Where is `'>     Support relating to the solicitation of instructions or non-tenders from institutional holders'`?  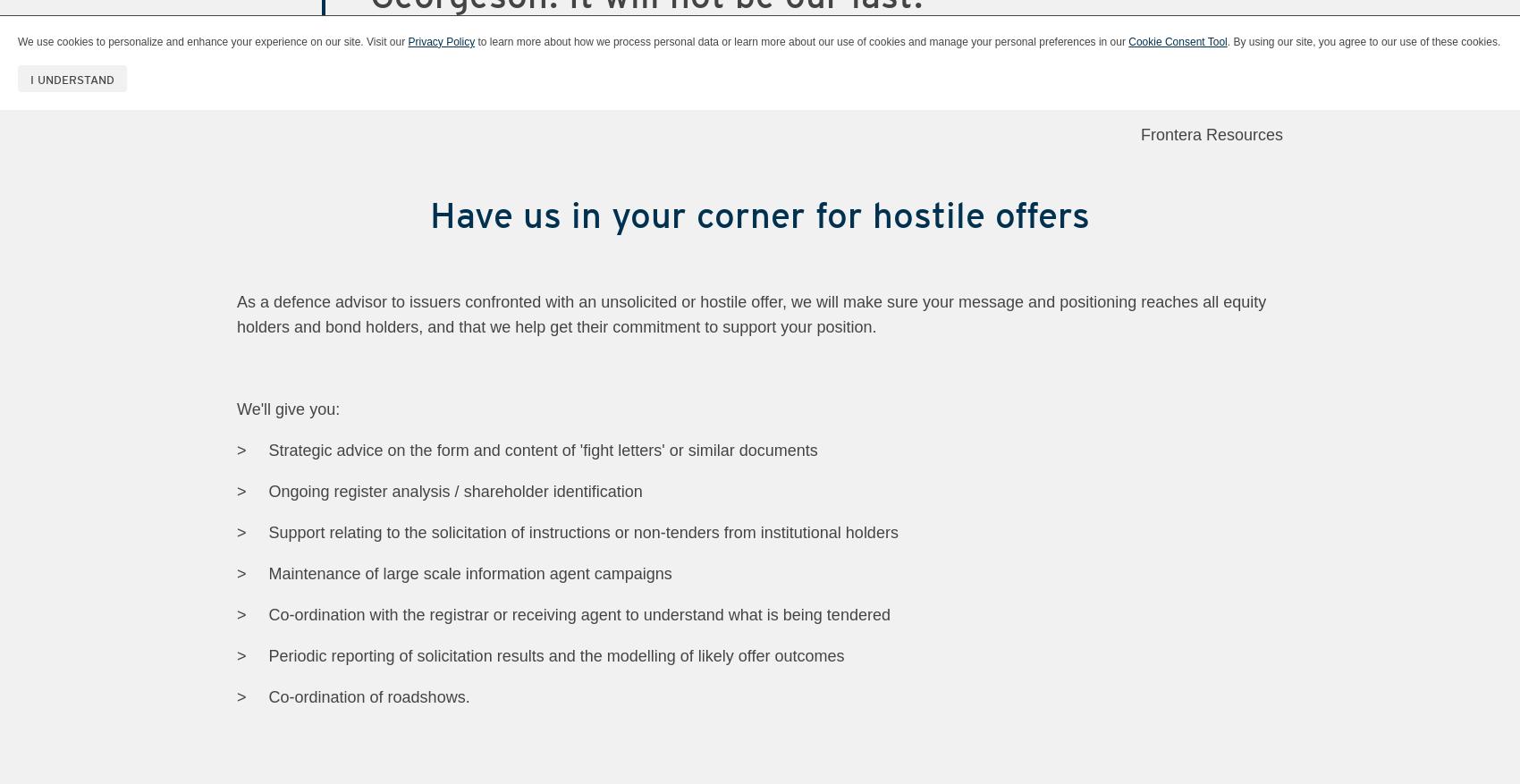
'>     Support relating to the solicitation of instructions or non-tenders from institutional holders' is located at coordinates (237, 530).